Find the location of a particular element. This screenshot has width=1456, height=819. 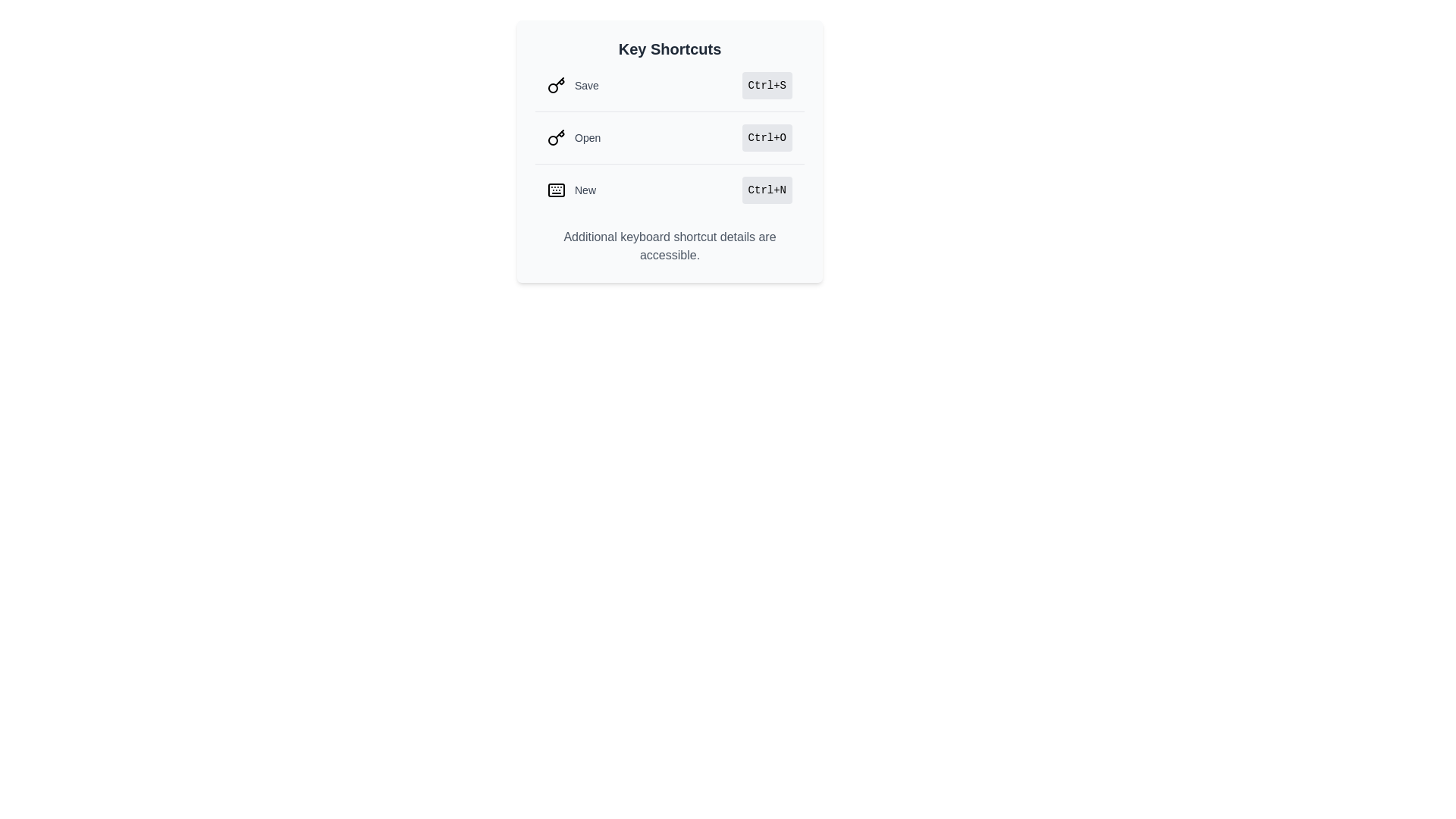

the text label displaying the keyboard shortcut 'Ctrl+S' associated with the 'Save' action, located in the vertical menu labeled 'Key Shortcuts' is located at coordinates (767, 85).